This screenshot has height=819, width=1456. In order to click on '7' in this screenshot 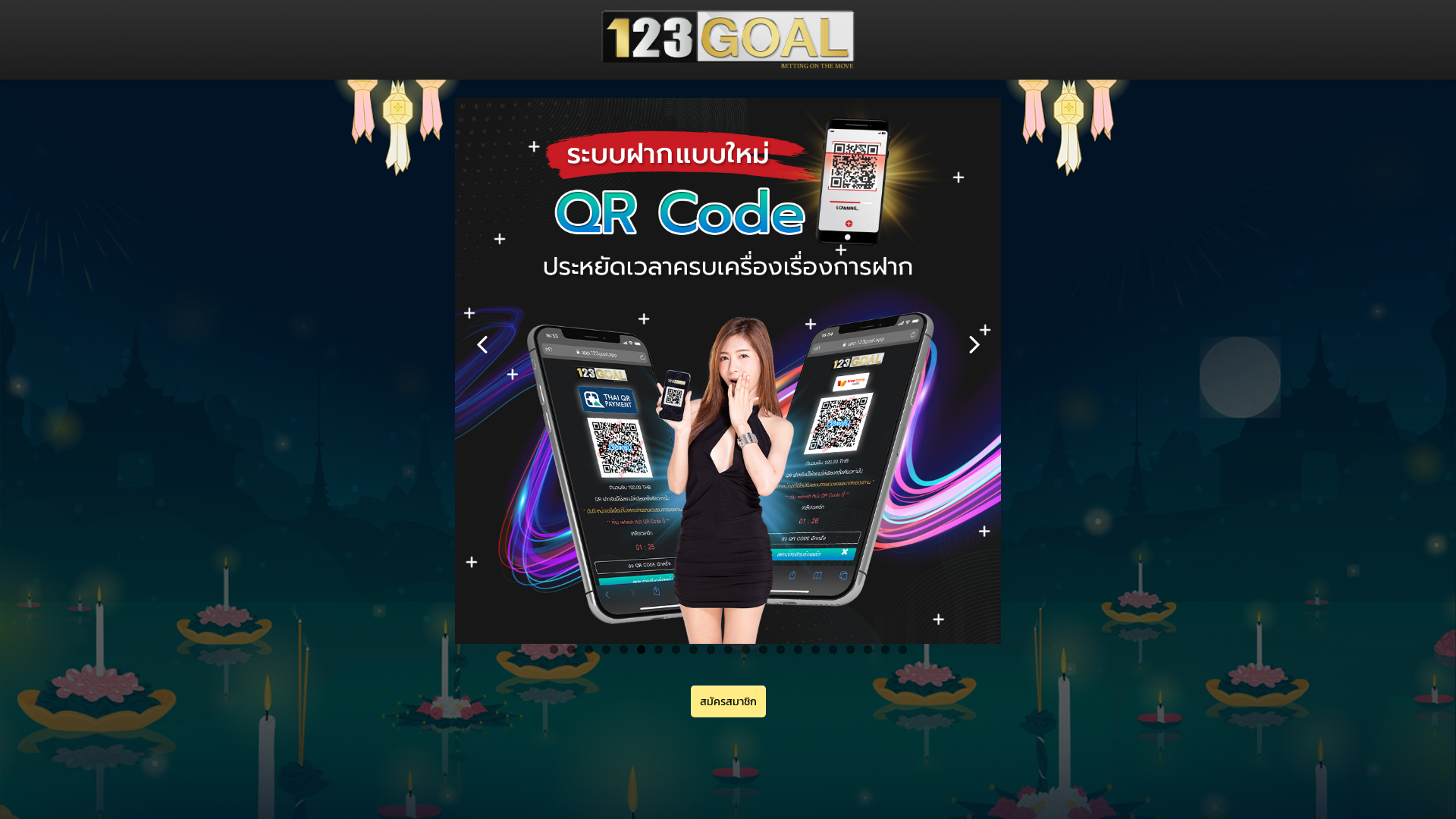, I will do `click(657, 648)`.